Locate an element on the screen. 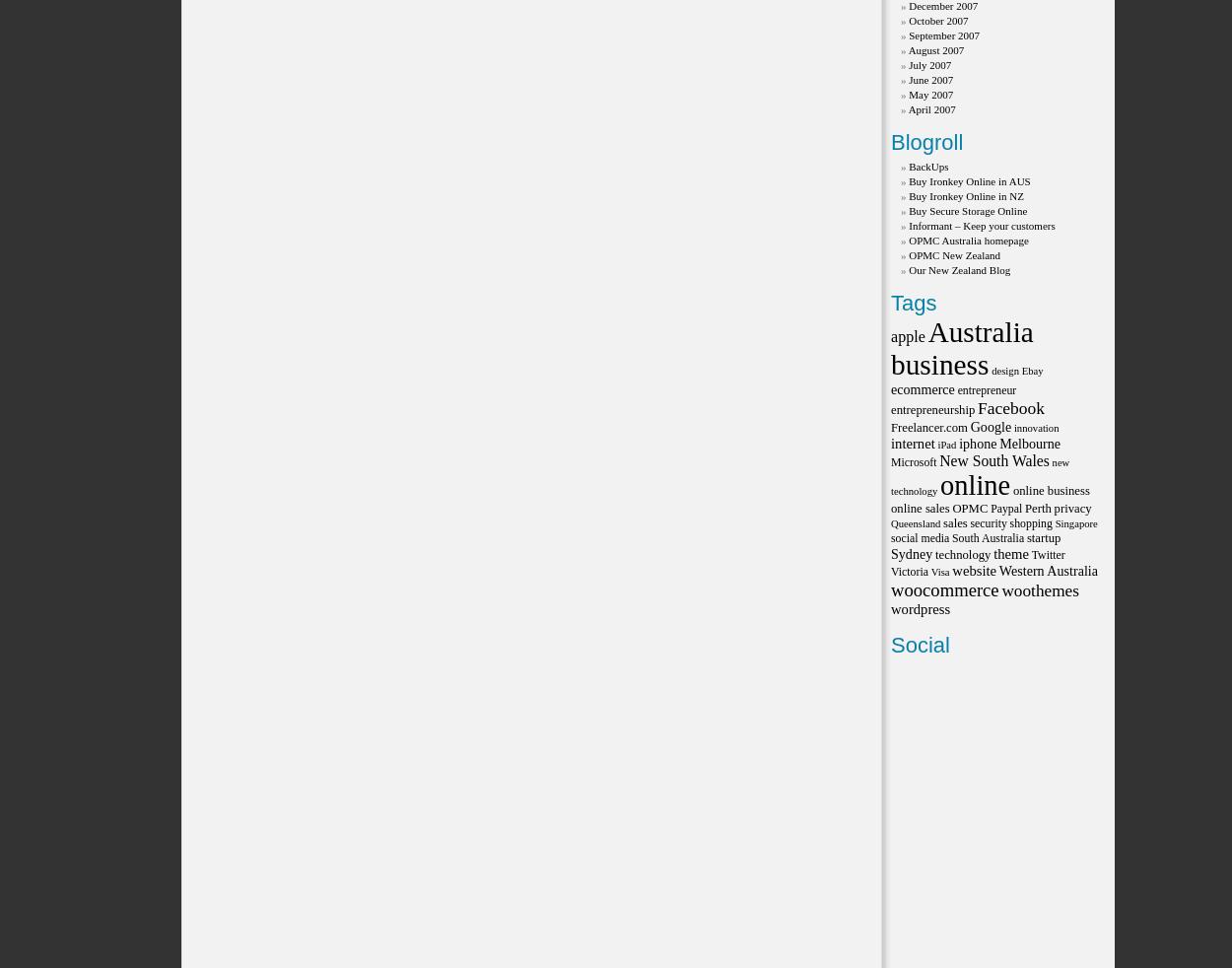 Image resolution: width=1232 pixels, height=968 pixels. 'Sydney' is located at coordinates (912, 552).